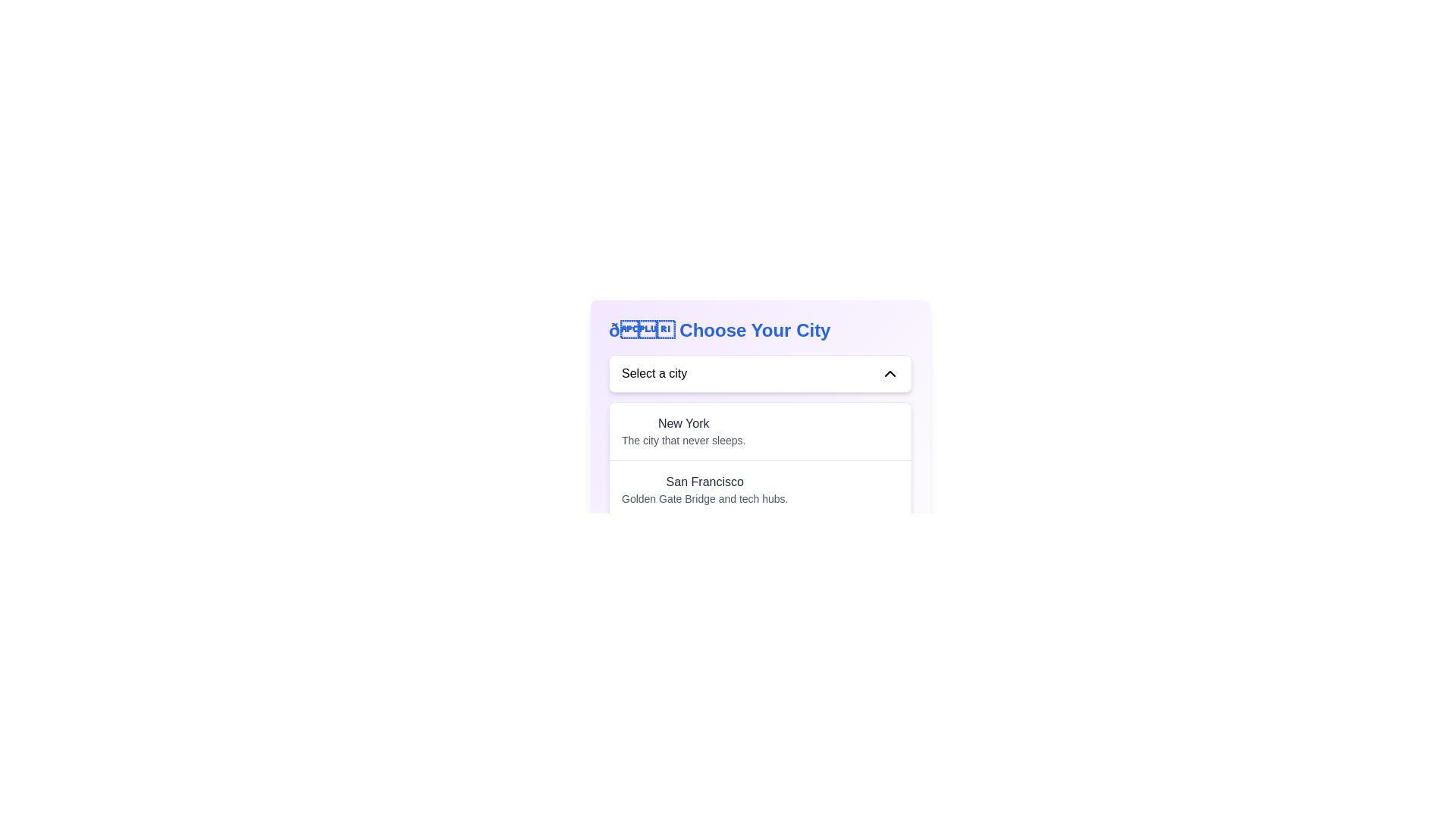 The width and height of the screenshot is (1456, 819). What do you see at coordinates (682, 424) in the screenshot?
I see `the 'New York' text label located within the dropdown menu 'Choose Your City'` at bounding box center [682, 424].